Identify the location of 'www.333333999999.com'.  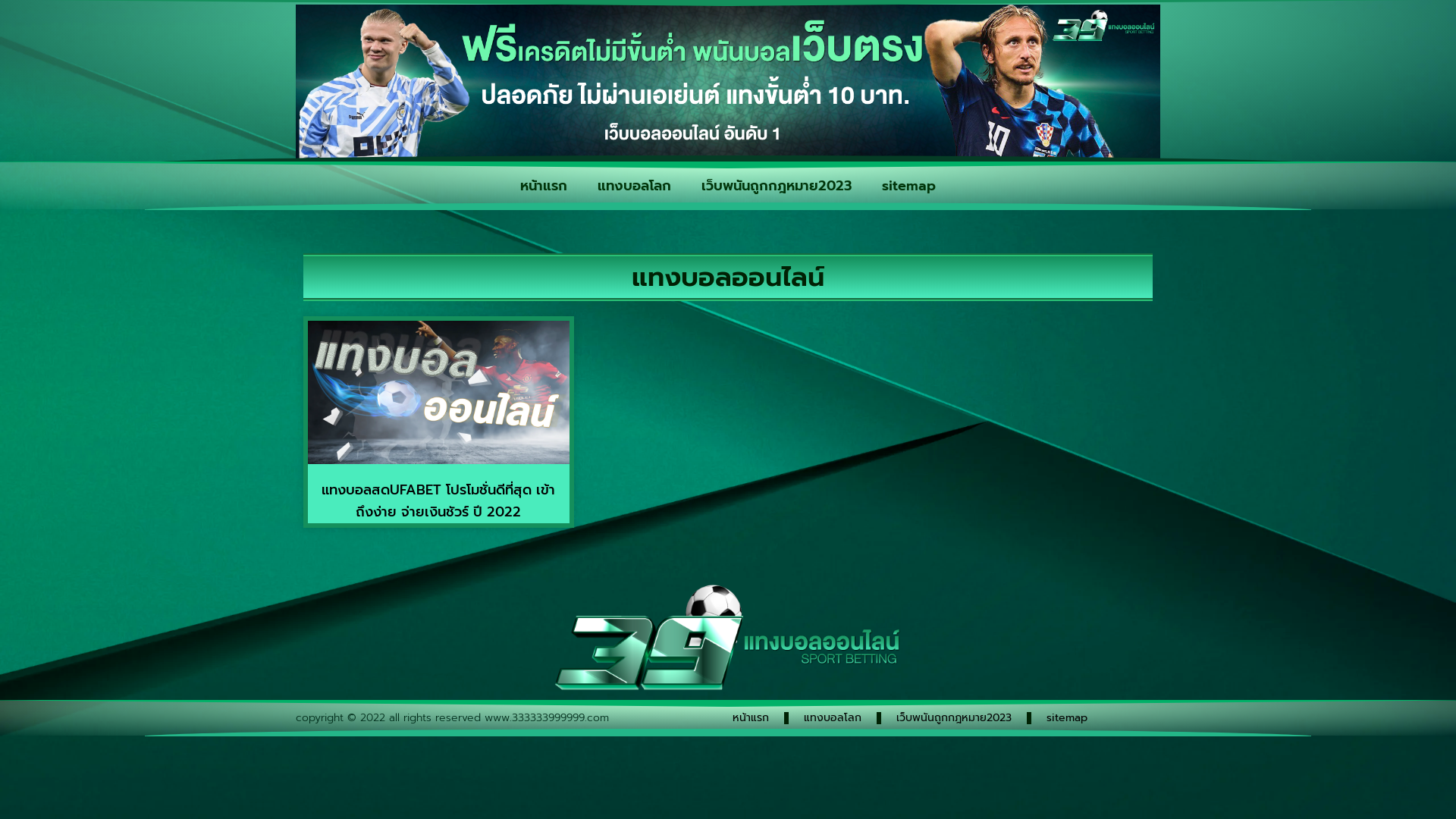
(546, 717).